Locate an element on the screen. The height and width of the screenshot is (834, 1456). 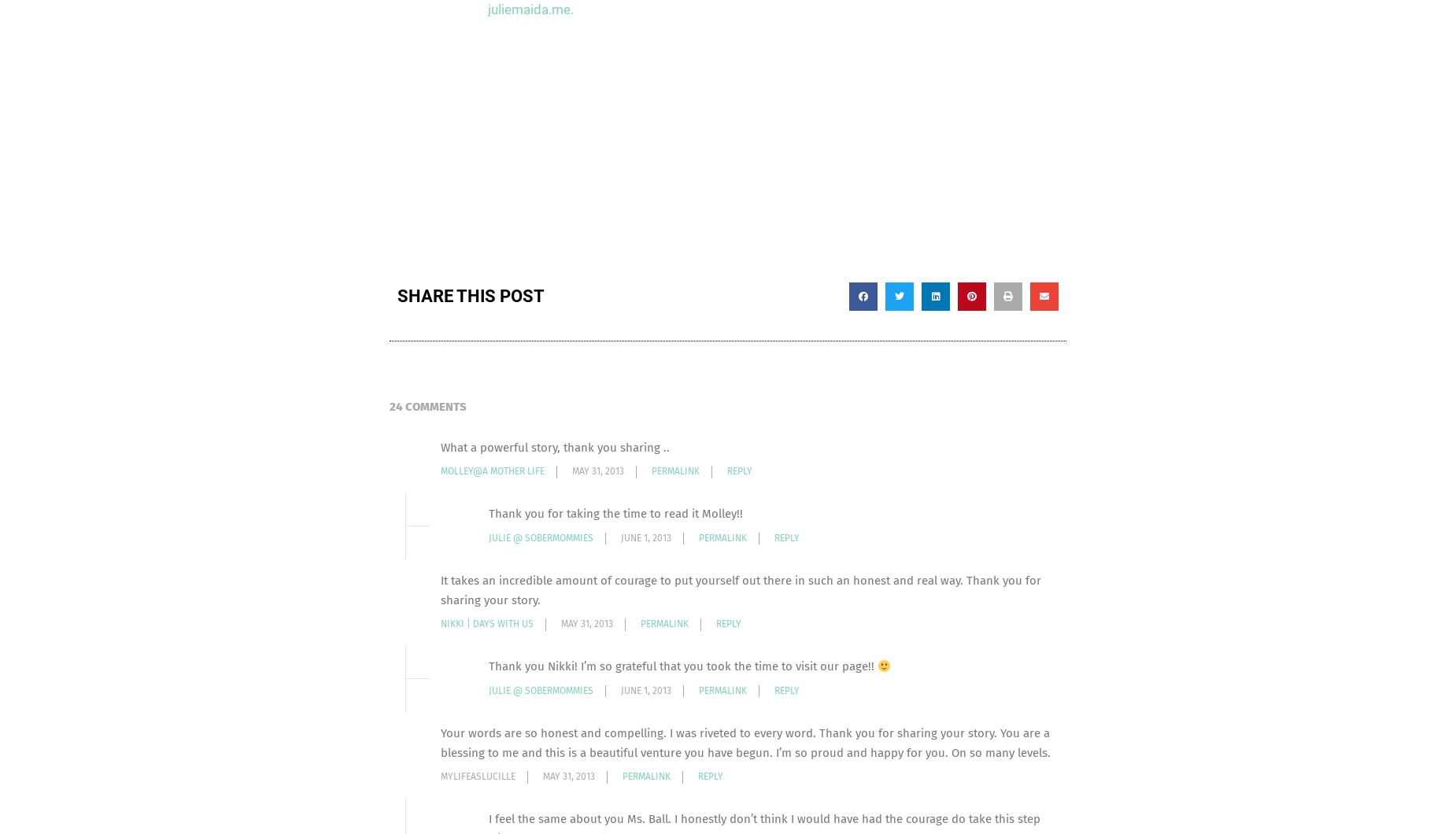
'mylifeaslucille' is located at coordinates (478, 775).